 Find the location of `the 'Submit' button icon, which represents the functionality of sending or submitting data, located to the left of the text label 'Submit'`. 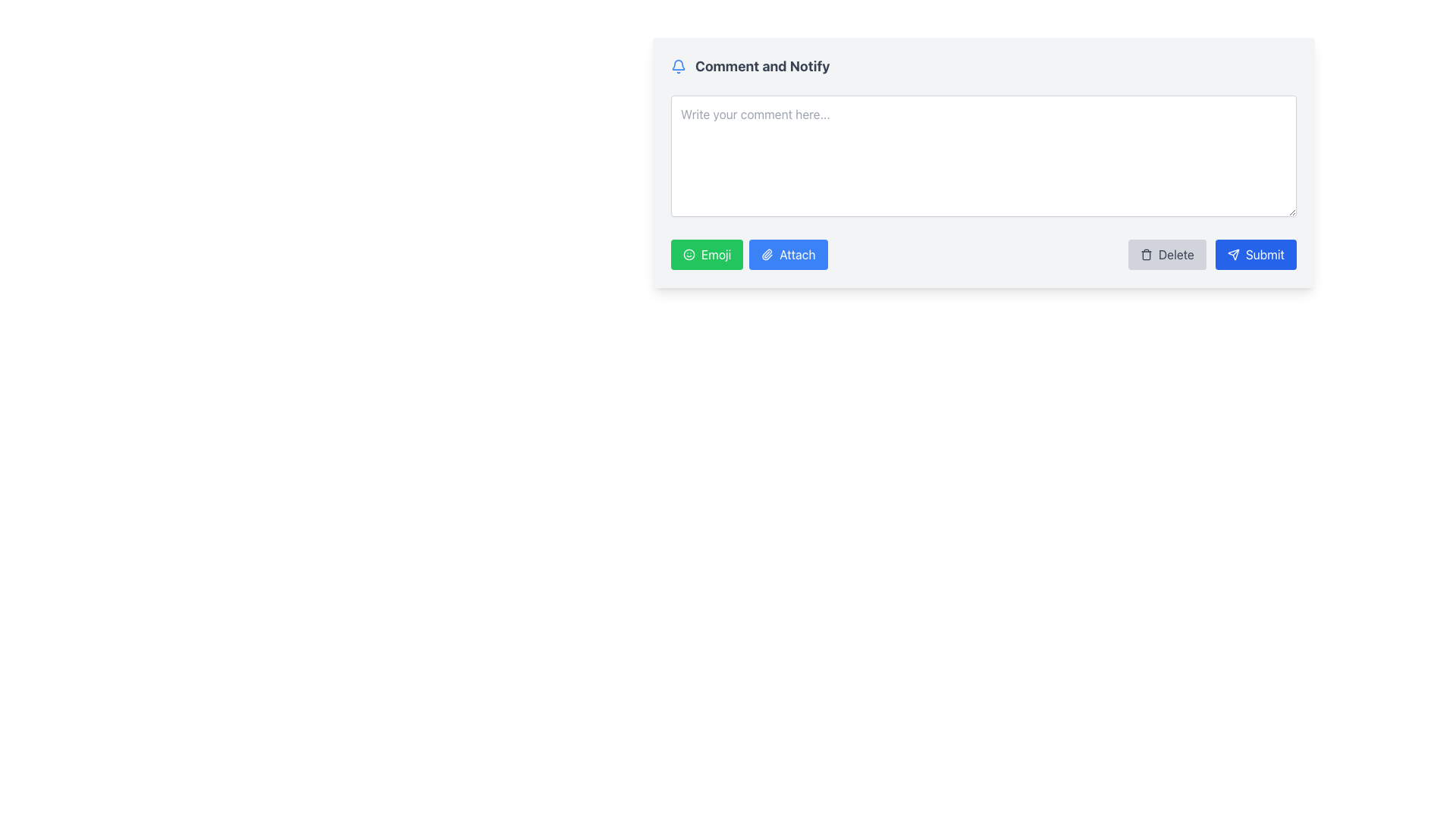

the 'Submit' button icon, which represents the functionality of sending or submitting data, located to the left of the text label 'Submit' is located at coordinates (1233, 253).